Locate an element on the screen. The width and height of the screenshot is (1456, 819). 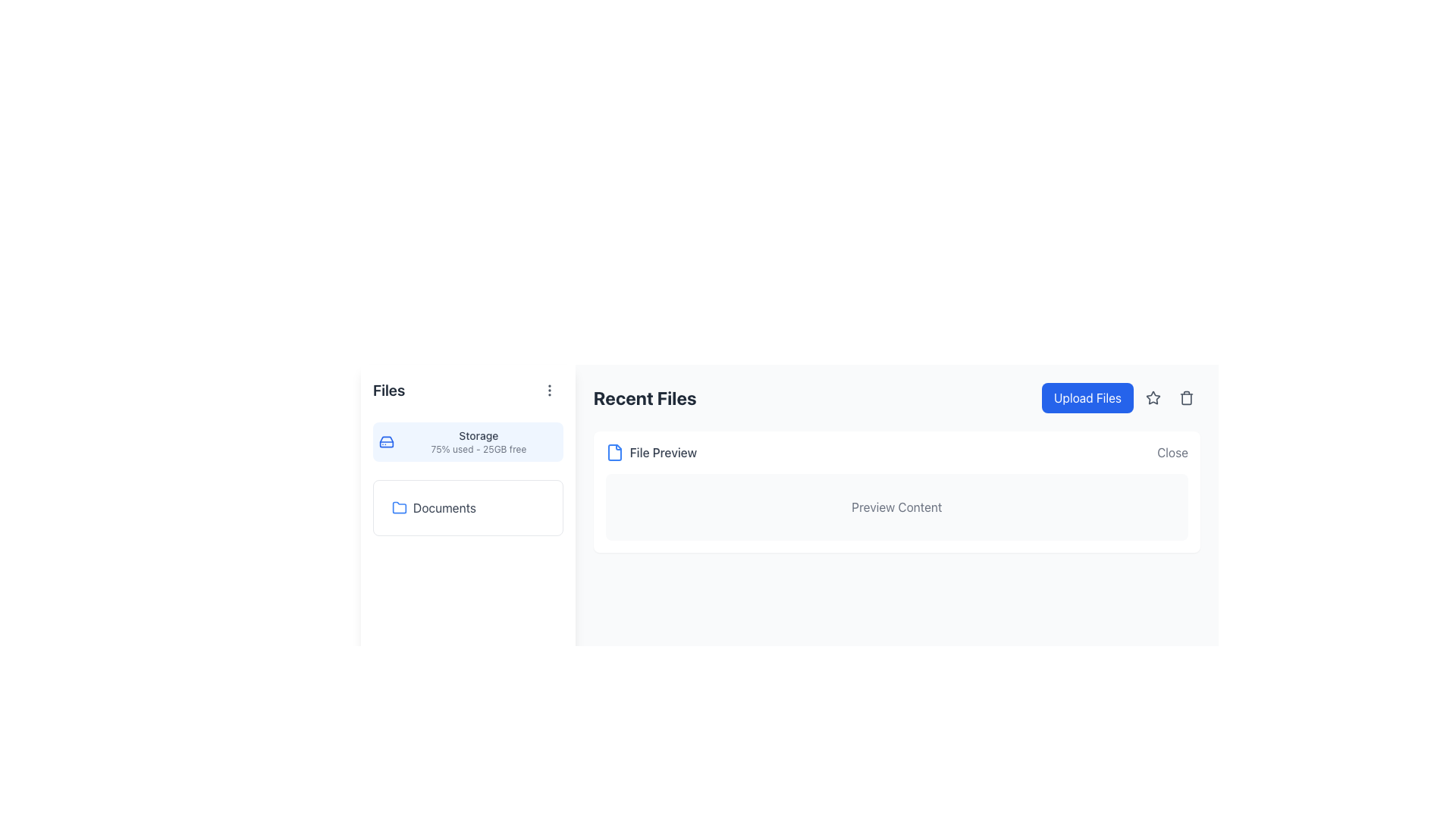
the circular button with a star-shaped icon that highlights when hovered, located to the right of the 'Upload Files' button and to the left of the trash can icon button is located at coordinates (1153, 397).